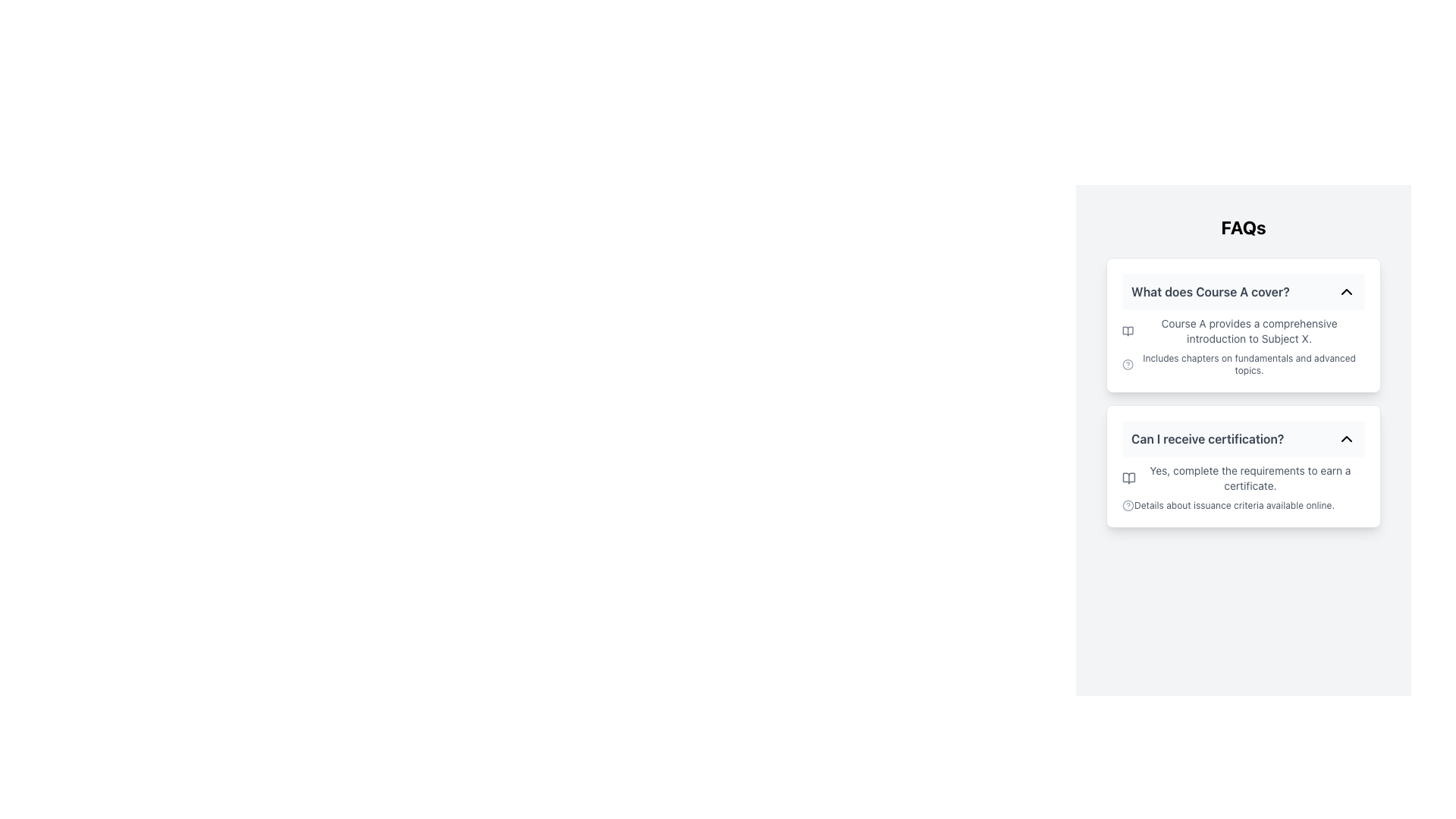 Image resolution: width=1456 pixels, height=819 pixels. Describe the element at coordinates (1210, 292) in the screenshot. I see `the question header text label in the FAQ section, located above the chevron icon` at that location.